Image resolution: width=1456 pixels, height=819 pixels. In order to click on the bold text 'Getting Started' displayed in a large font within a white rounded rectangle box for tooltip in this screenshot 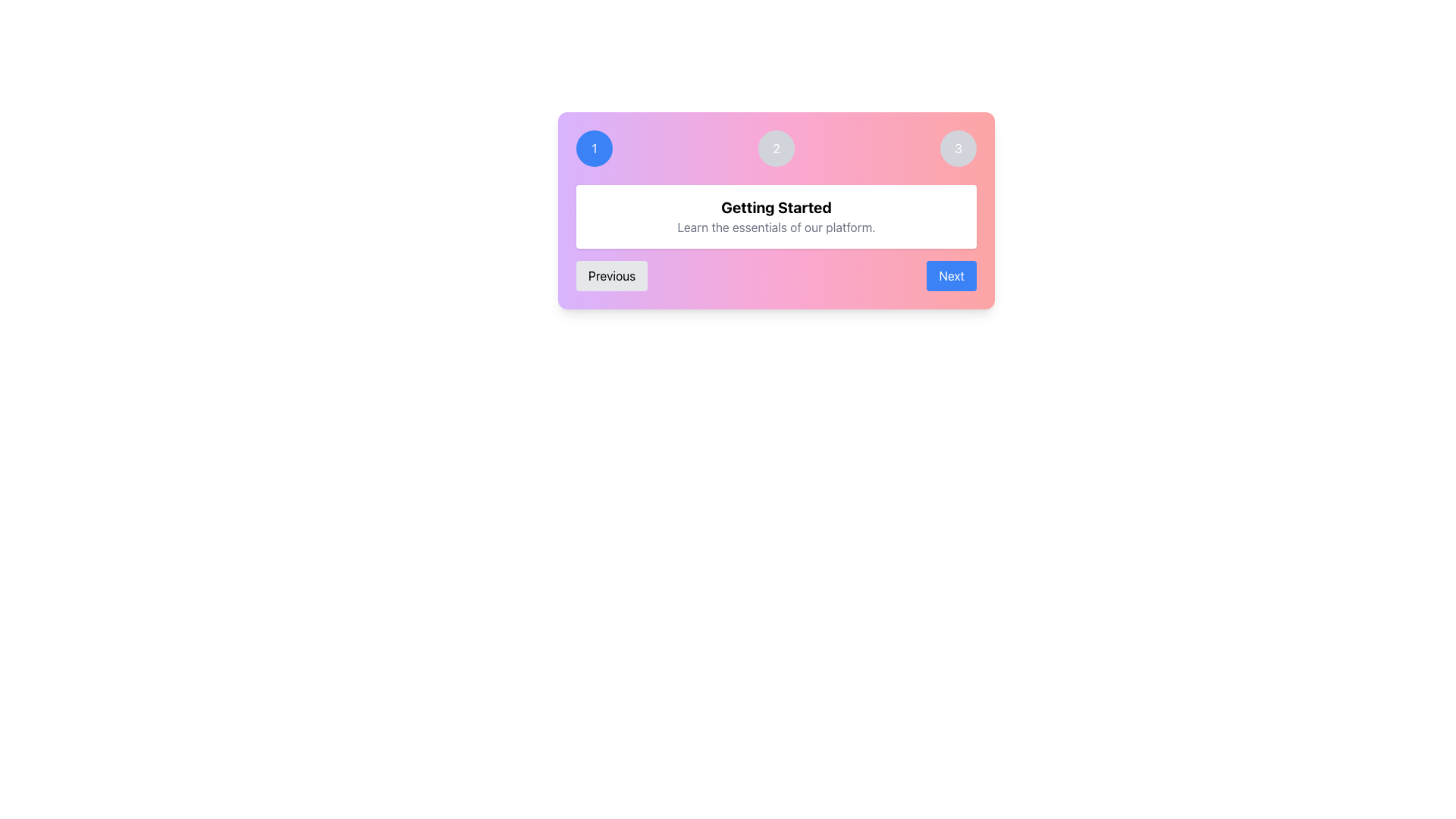, I will do `click(776, 207)`.